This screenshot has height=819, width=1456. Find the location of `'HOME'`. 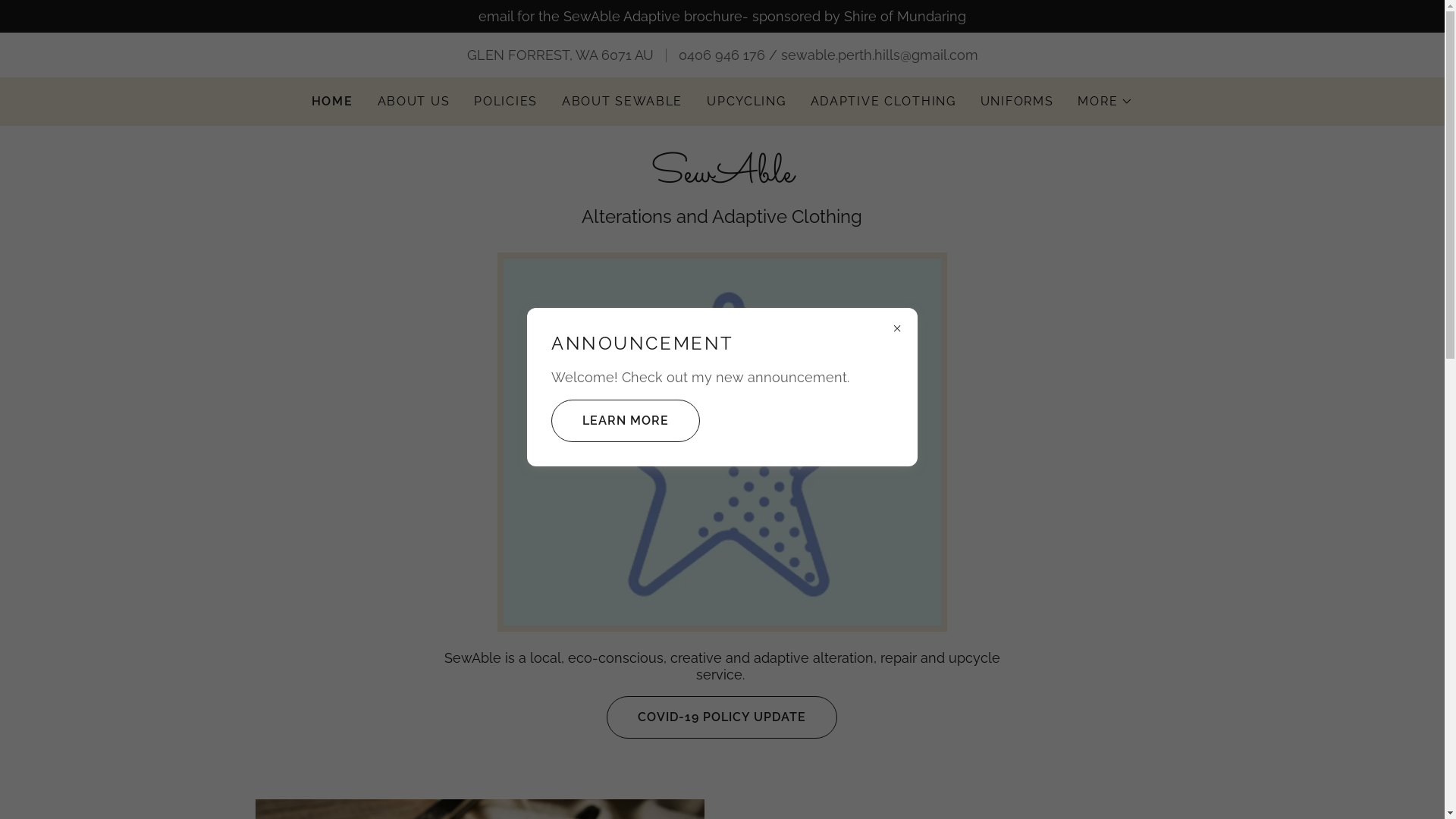

'HOME' is located at coordinates (331, 102).